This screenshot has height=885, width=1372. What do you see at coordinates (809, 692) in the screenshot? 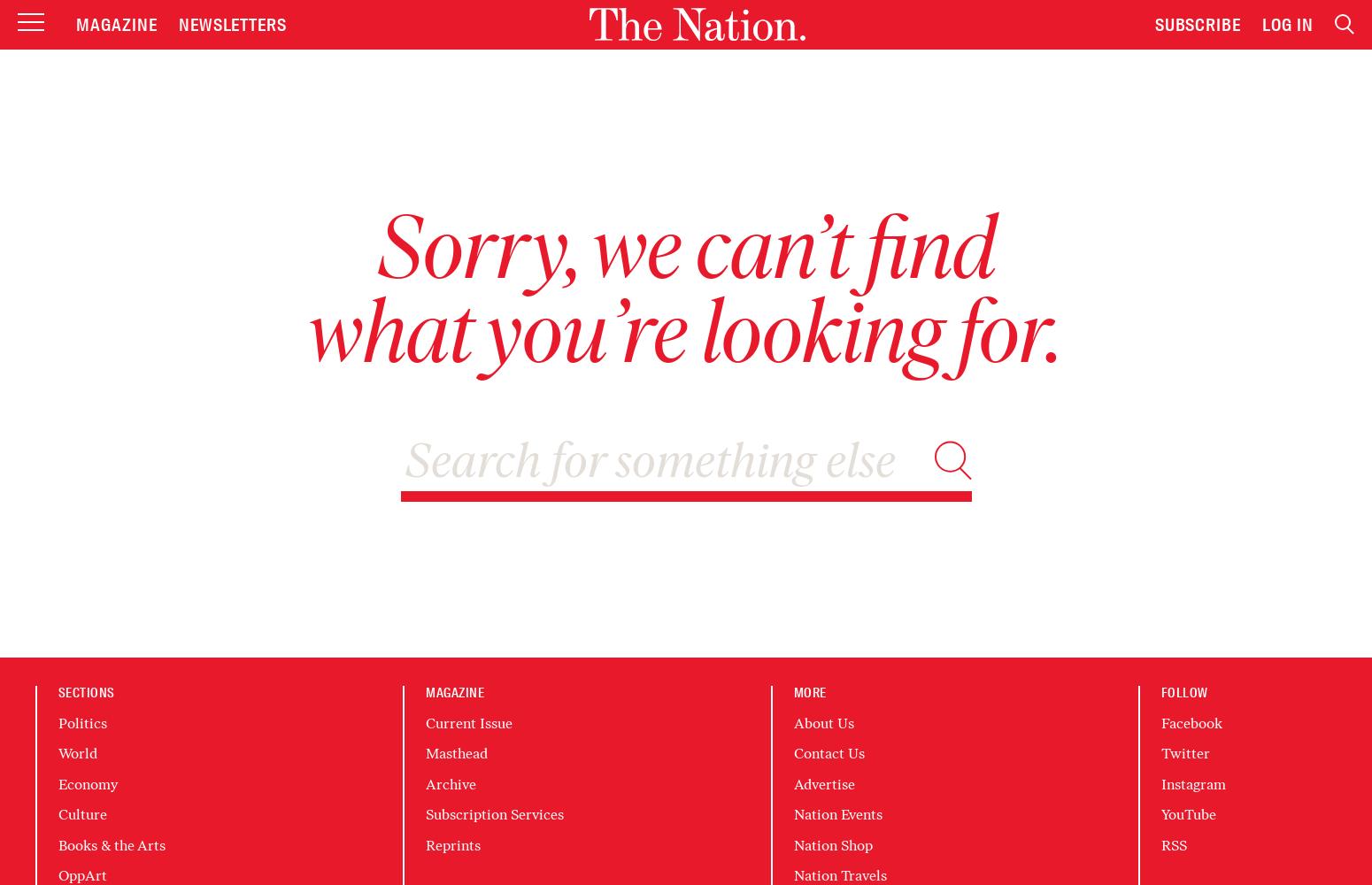
I see `'More'` at bounding box center [809, 692].